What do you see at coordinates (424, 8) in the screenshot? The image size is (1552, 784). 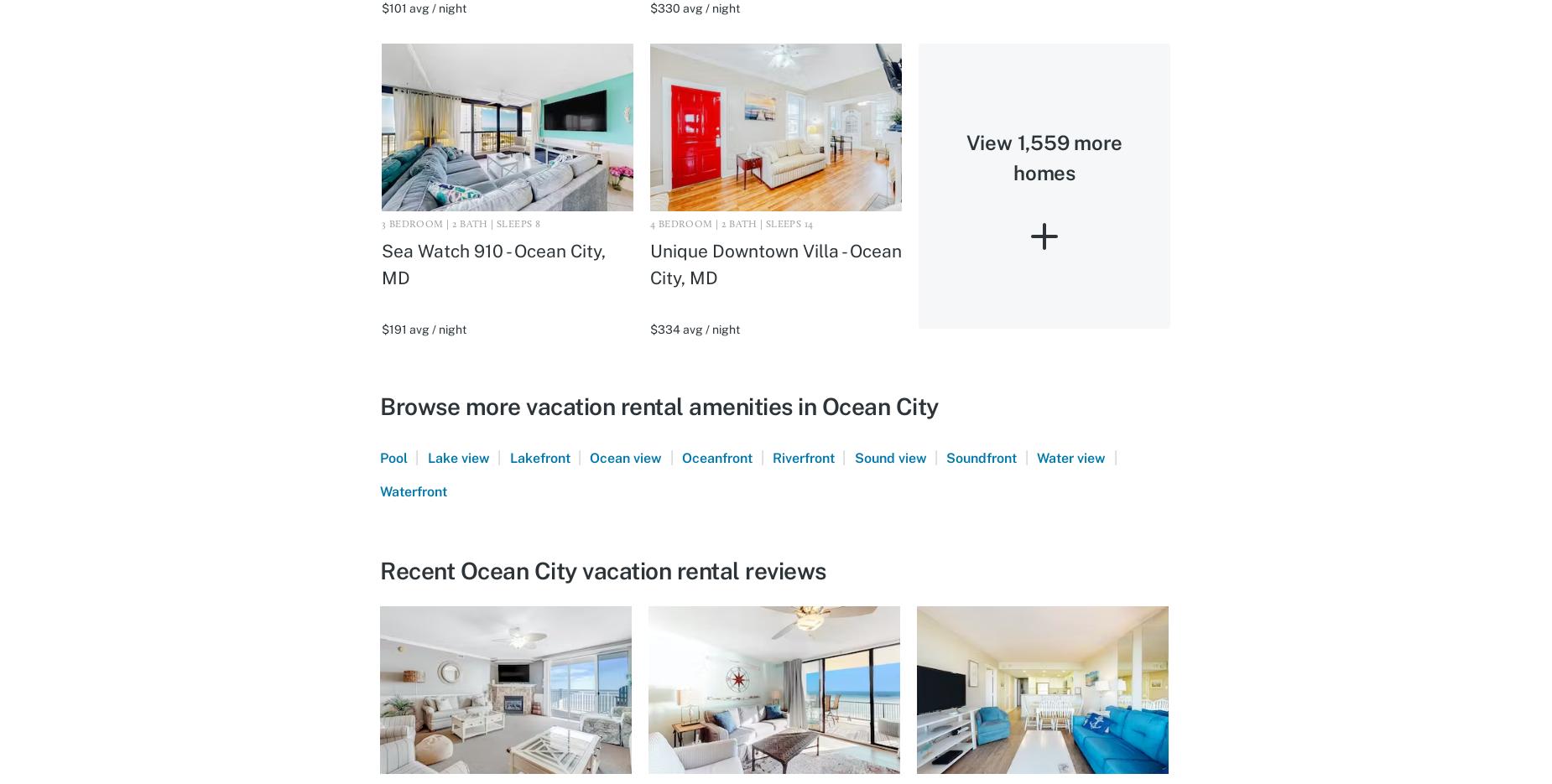 I see `'$101 avg / night'` at bounding box center [424, 8].